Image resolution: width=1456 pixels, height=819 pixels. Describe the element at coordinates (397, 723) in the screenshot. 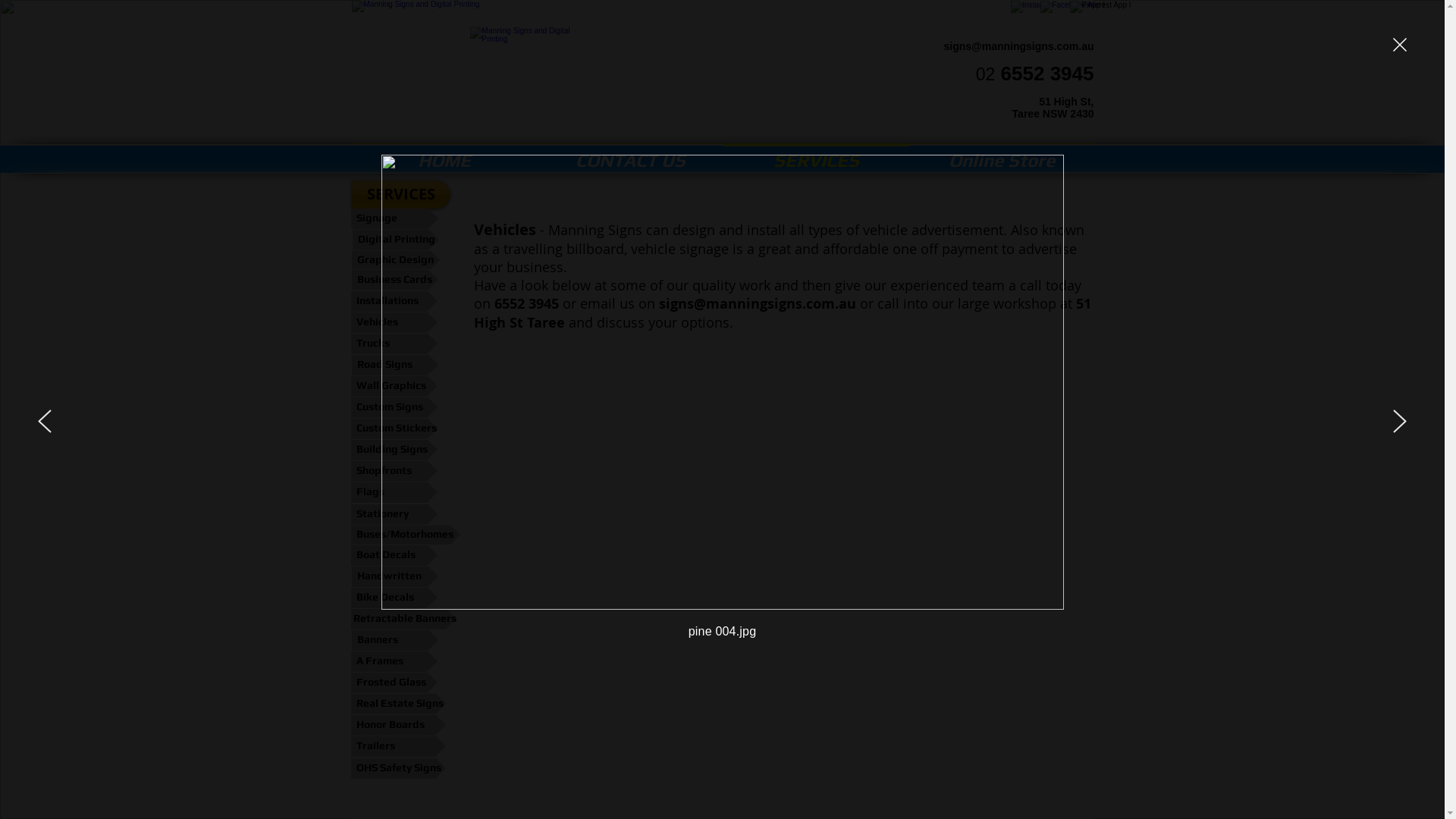

I see `'Honor Boards'` at that location.